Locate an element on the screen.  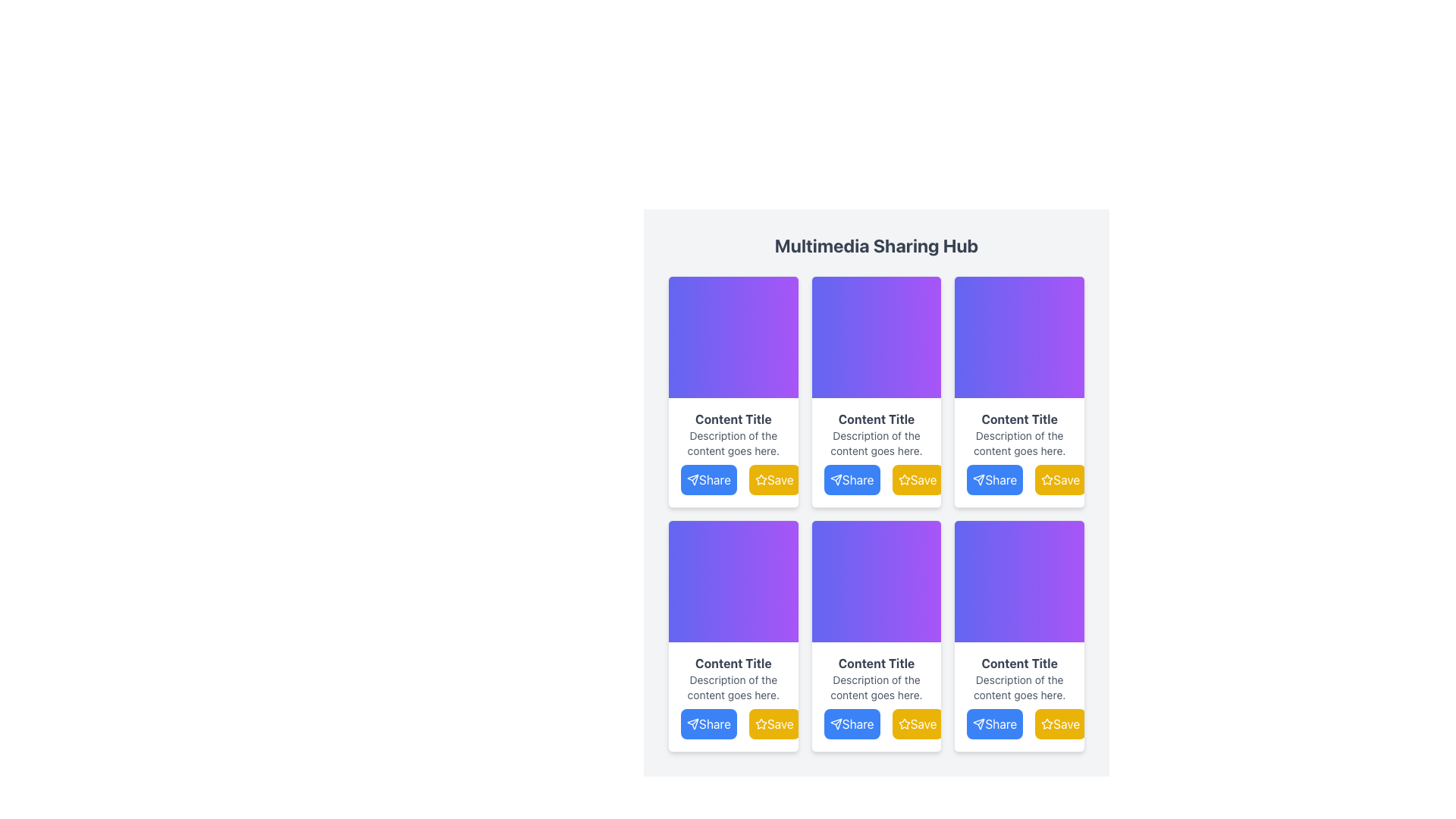
the blue 'Share' button with rounded corners and white text to potentially display a tooltip is located at coordinates (877, 479).